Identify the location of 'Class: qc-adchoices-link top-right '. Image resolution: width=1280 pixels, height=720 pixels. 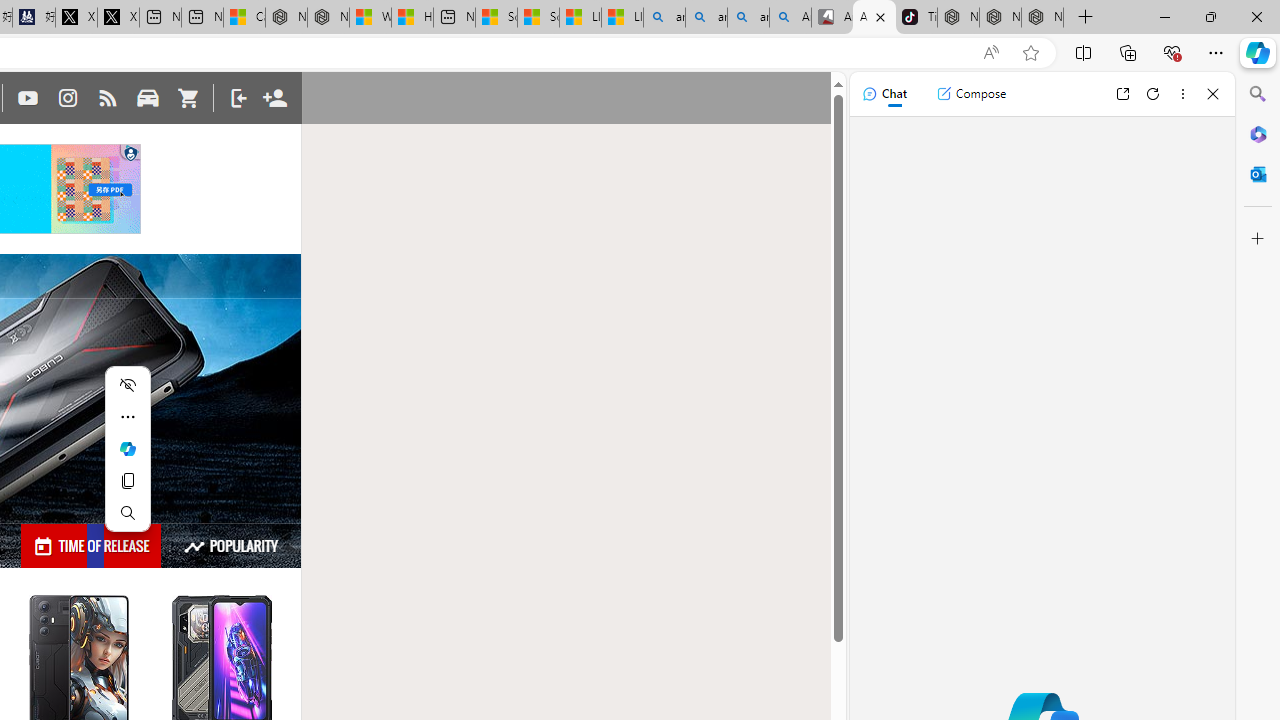
(130, 150).